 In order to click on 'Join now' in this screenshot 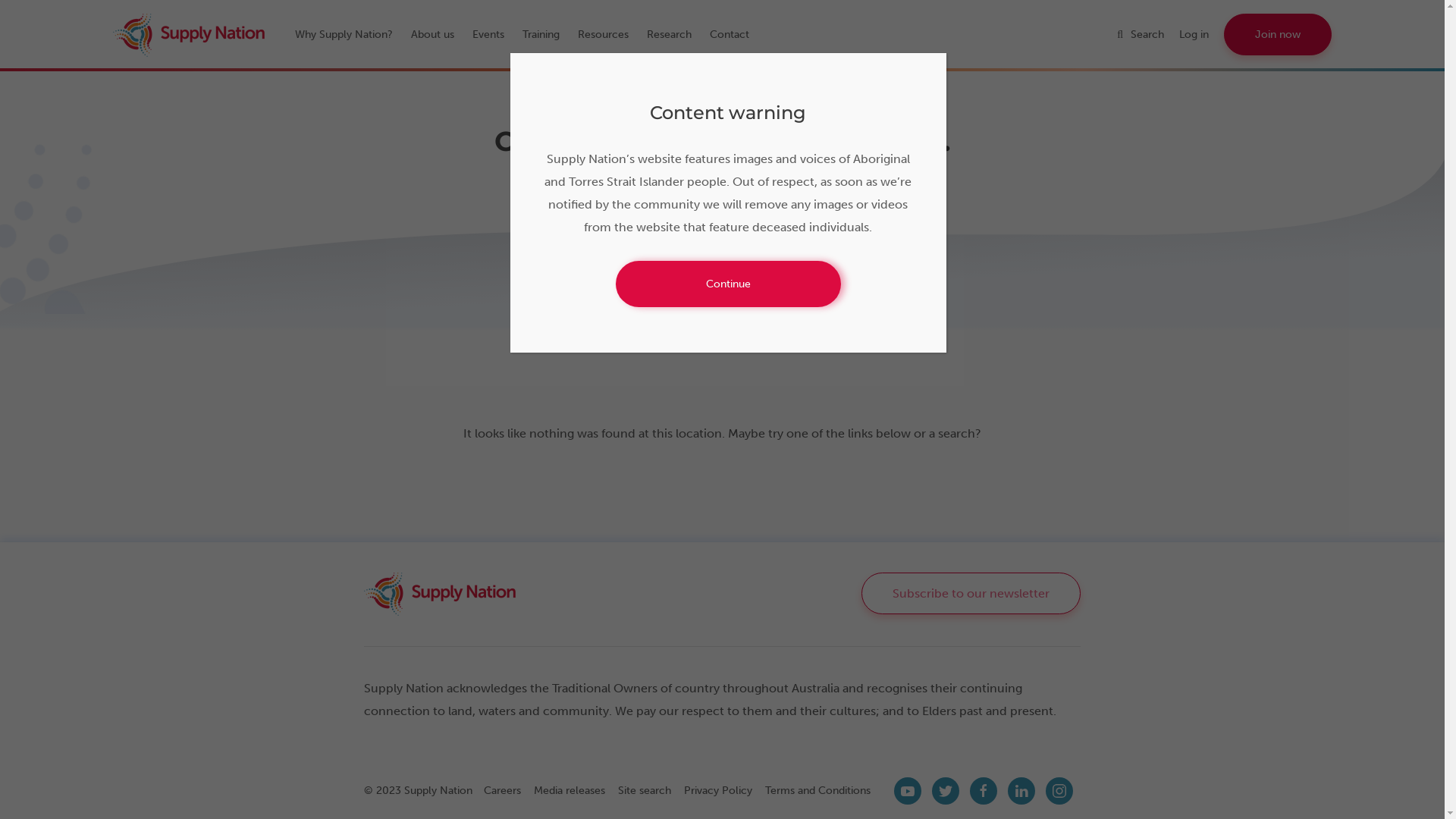, I will do `click(1276, 34)`.